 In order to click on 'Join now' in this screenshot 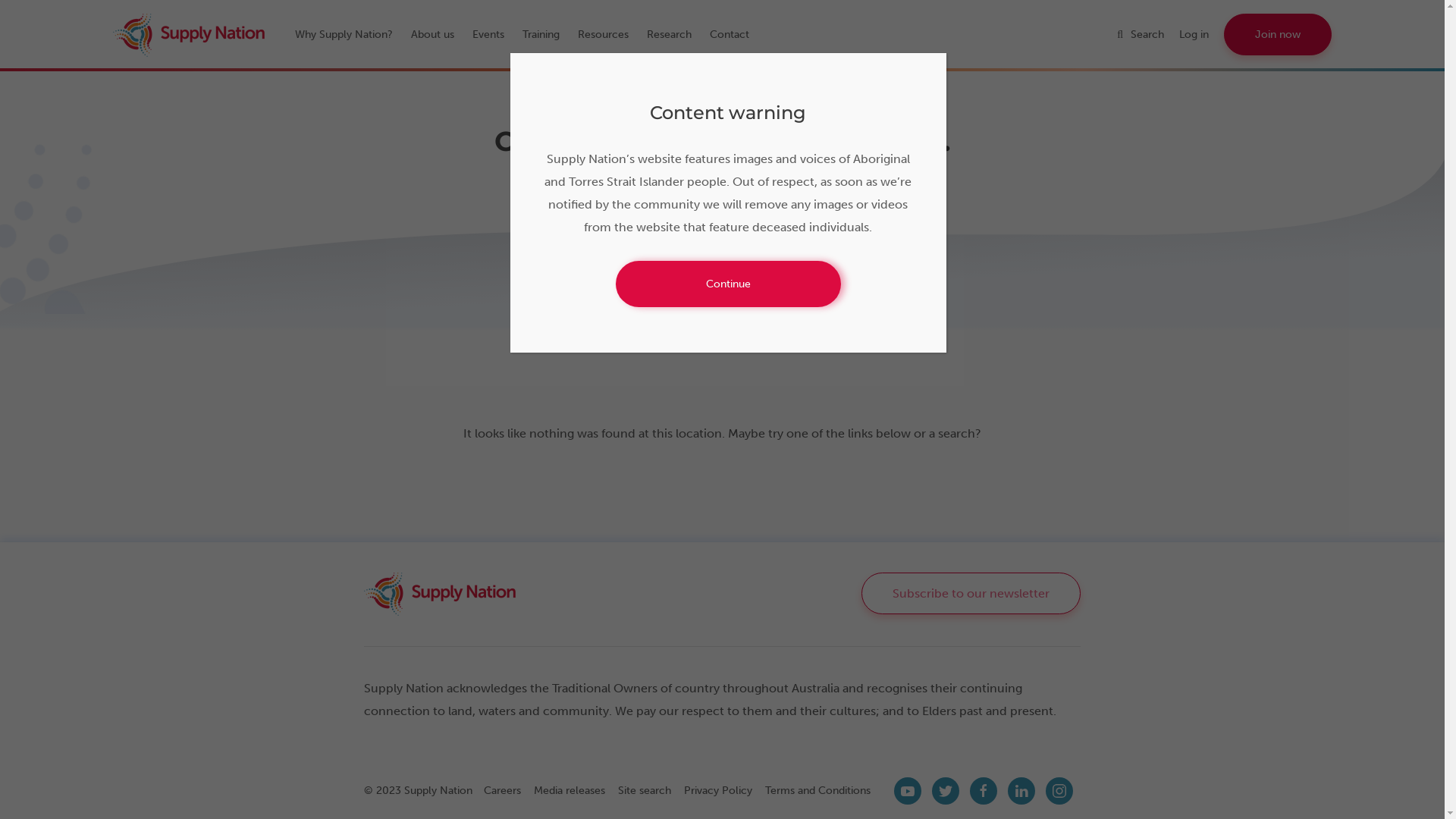, I will do `click(1276, 34)`.